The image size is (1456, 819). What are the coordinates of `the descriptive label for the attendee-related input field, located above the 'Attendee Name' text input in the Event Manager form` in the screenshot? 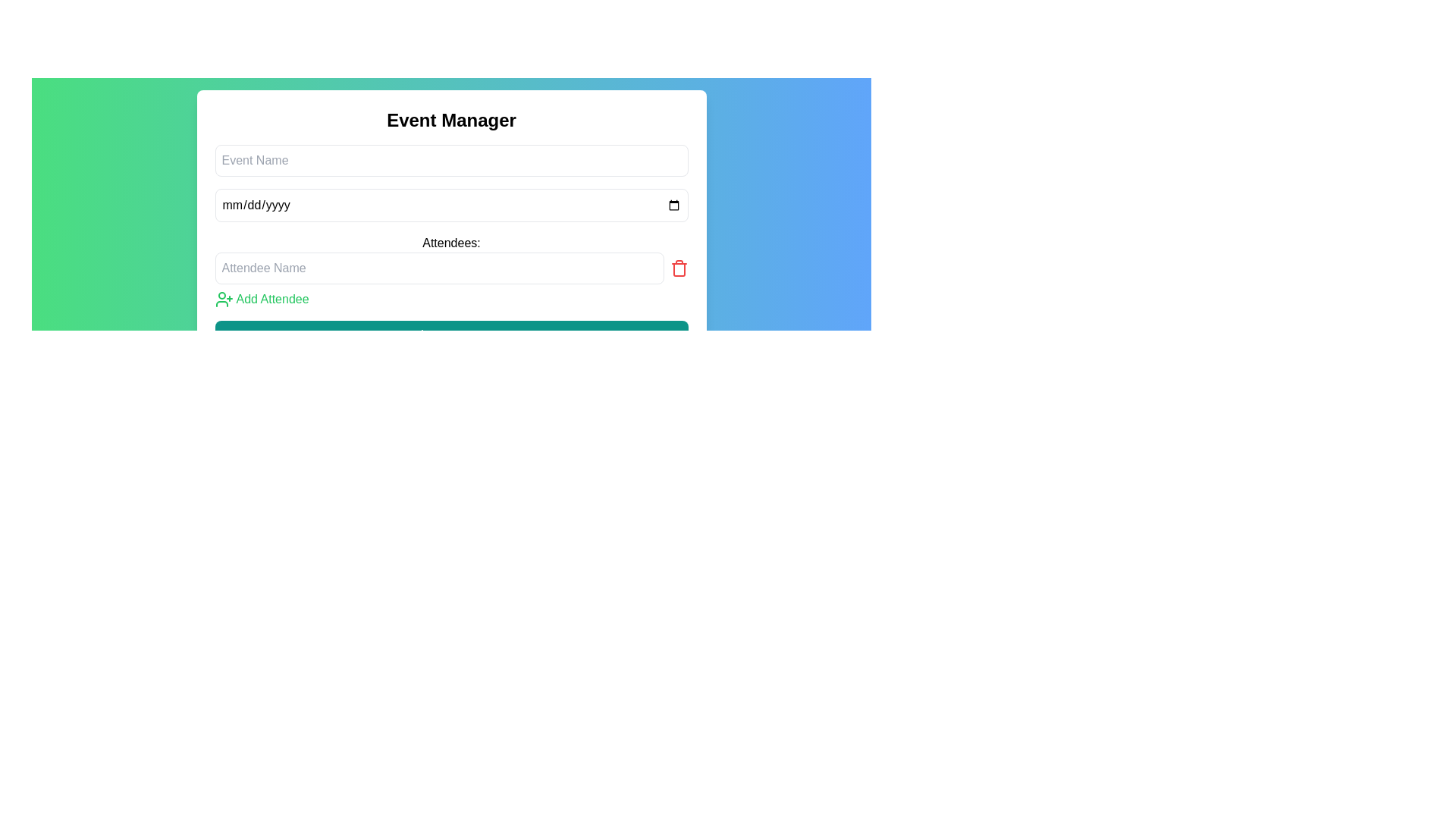 It's located at (450, 247).